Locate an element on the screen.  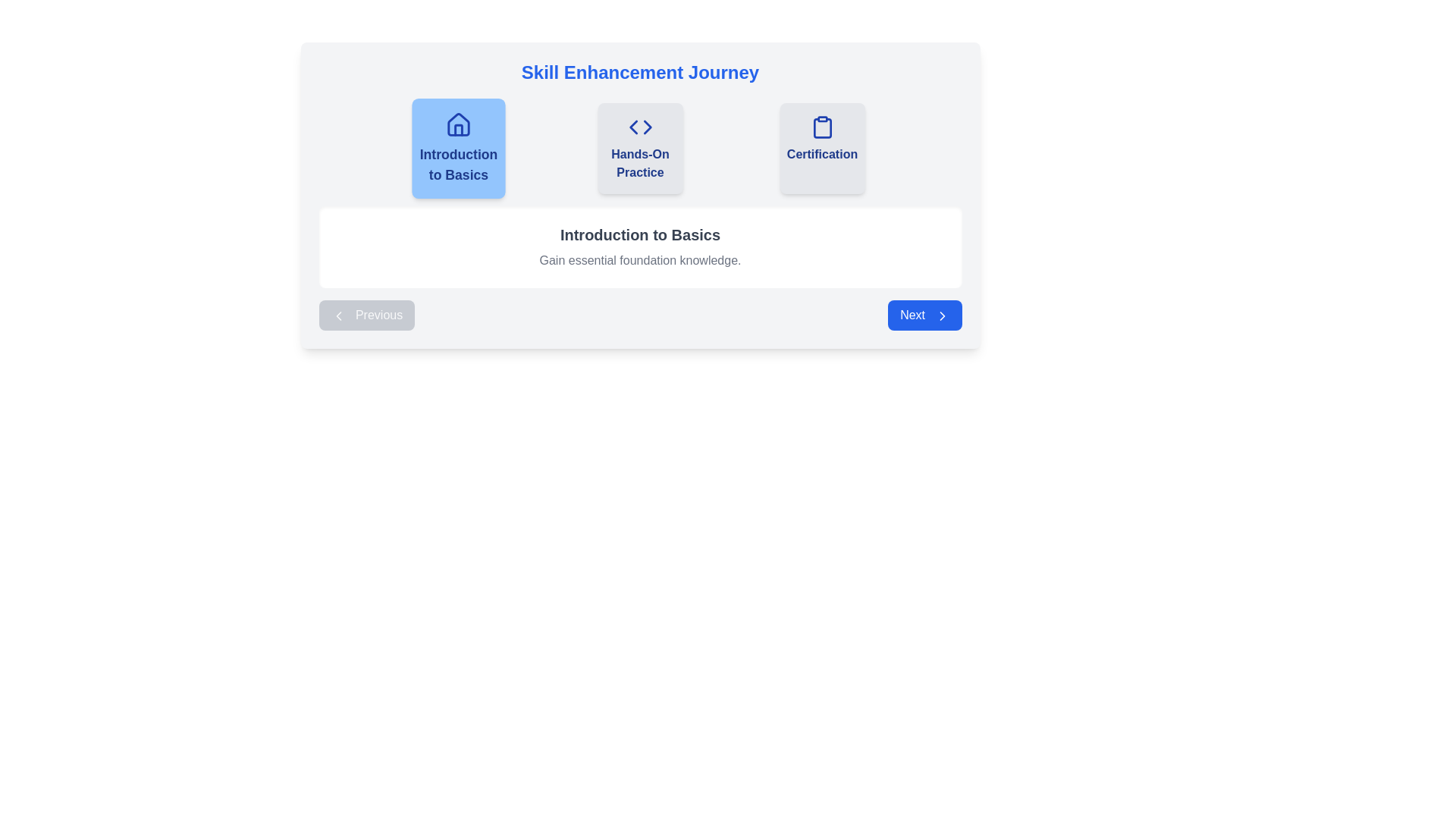
the small graphical house icon within the blue-tinted card titled 'Introduction to Basics' located in the top-left quadrant of the interface is located at coordinates (457, 129).